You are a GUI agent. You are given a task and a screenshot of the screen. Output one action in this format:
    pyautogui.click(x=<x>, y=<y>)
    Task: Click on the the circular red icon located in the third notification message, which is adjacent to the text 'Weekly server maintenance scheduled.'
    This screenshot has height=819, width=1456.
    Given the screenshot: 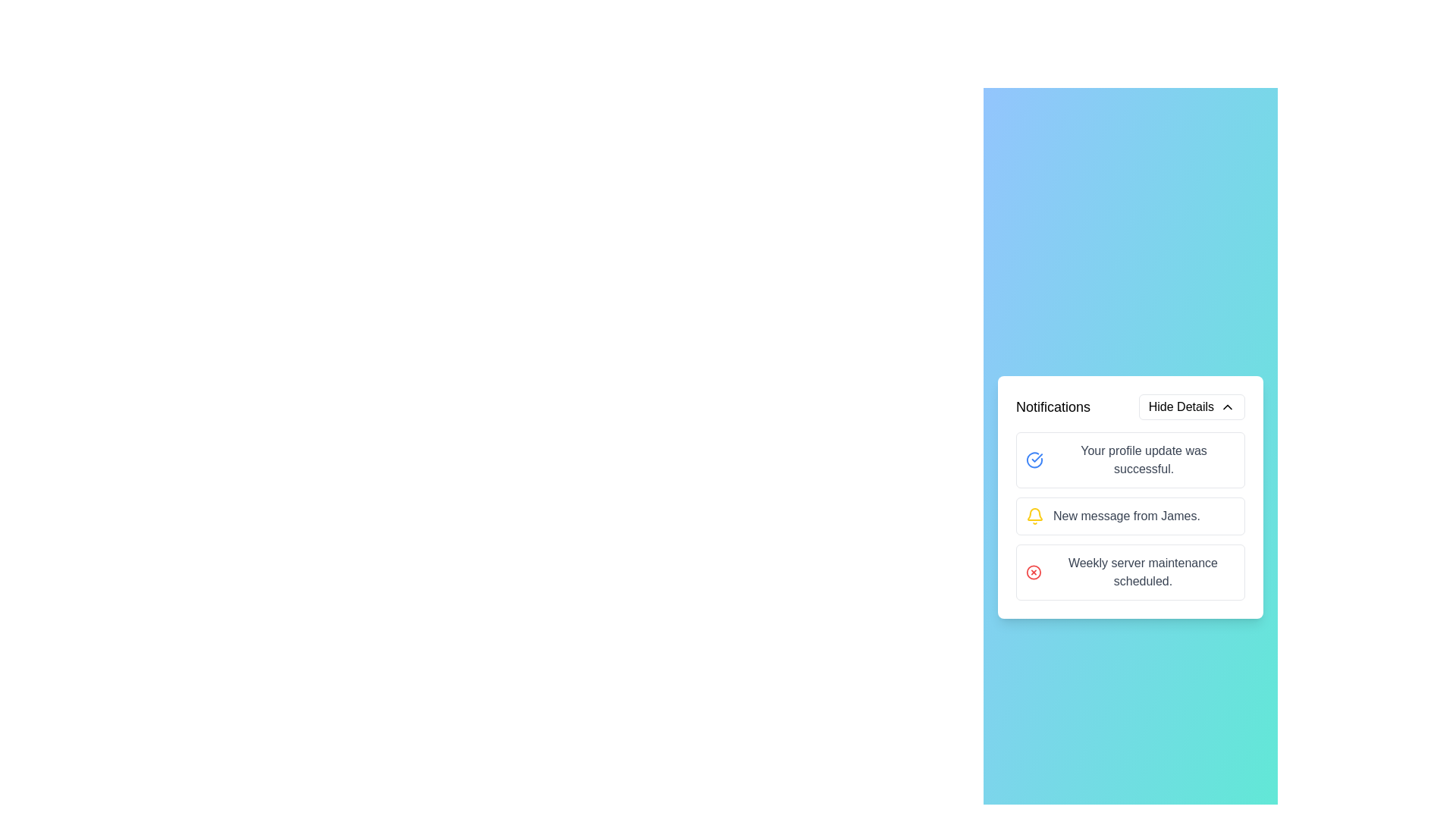 What is the action you would take?
    pyautogui.click(x=1033, y=573)
    